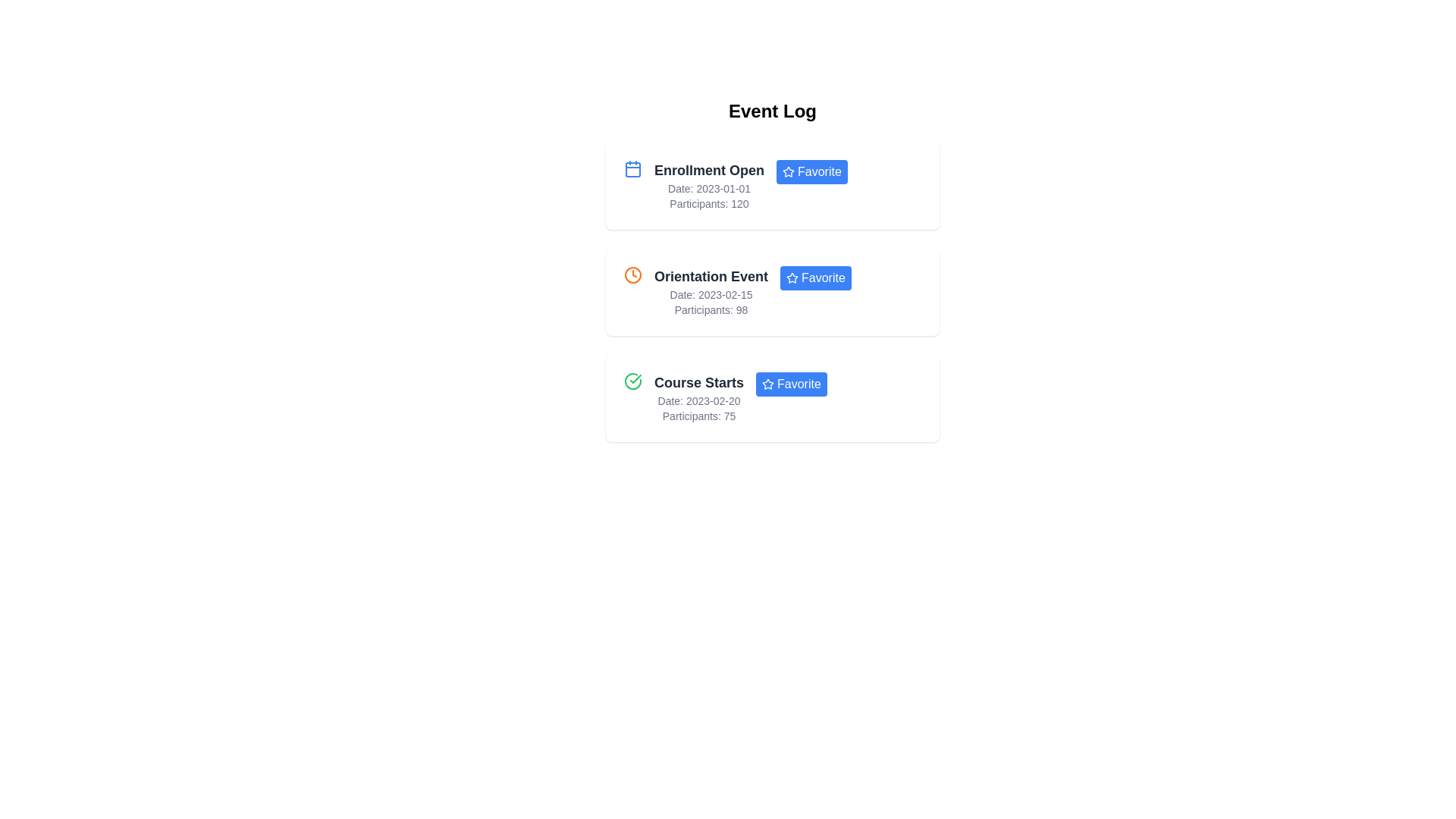 The image size is (1456, 819). What do you see at coordinates (789, 171) in the screenshot?
I see `the star icon outlined with a blue border located next to the label 'Favorite' in the top-right corner of the first event card` at bounding box center [789, 171].